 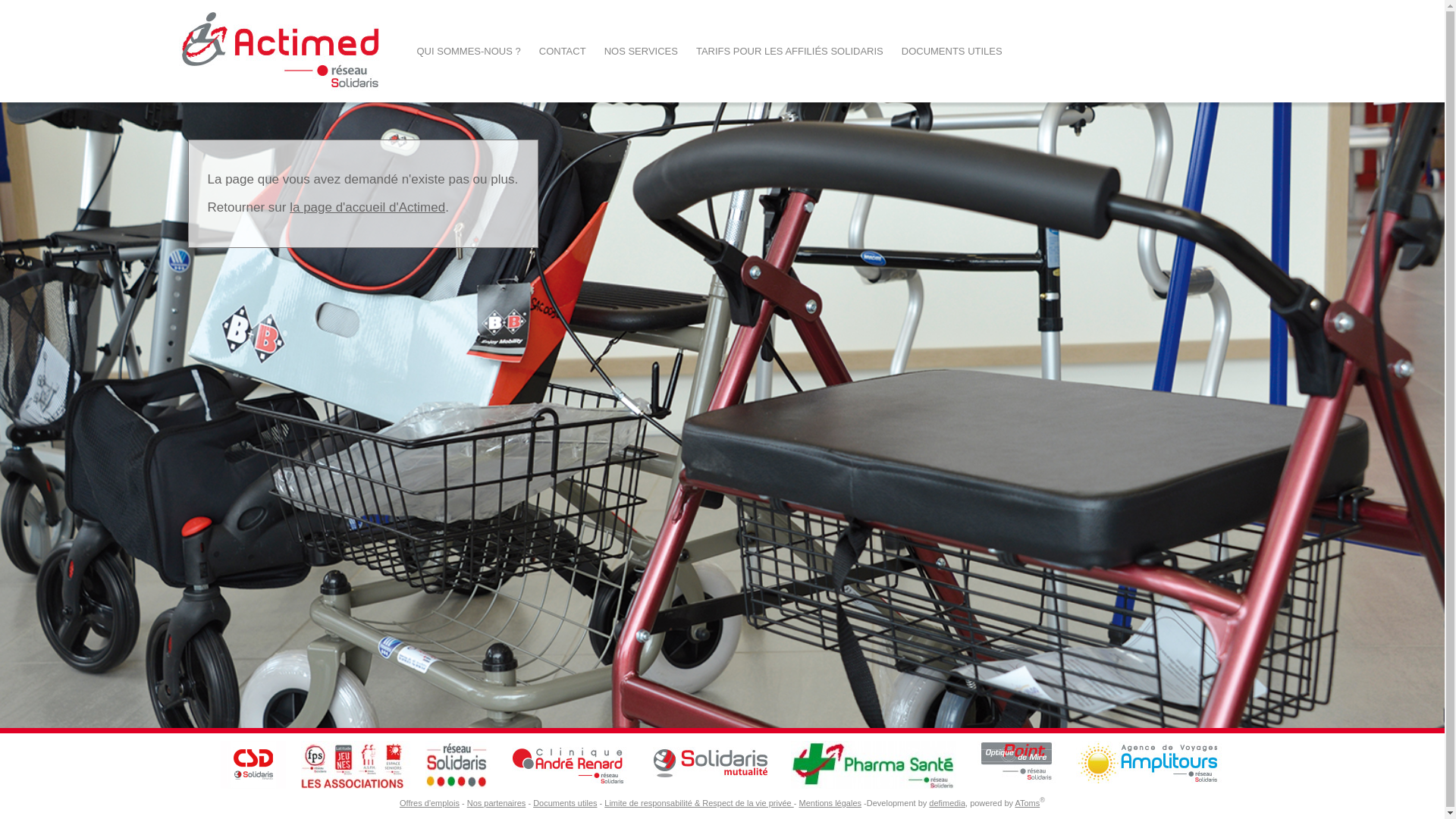 I want to click on 'logo-csd', so click(x=220, y=764).